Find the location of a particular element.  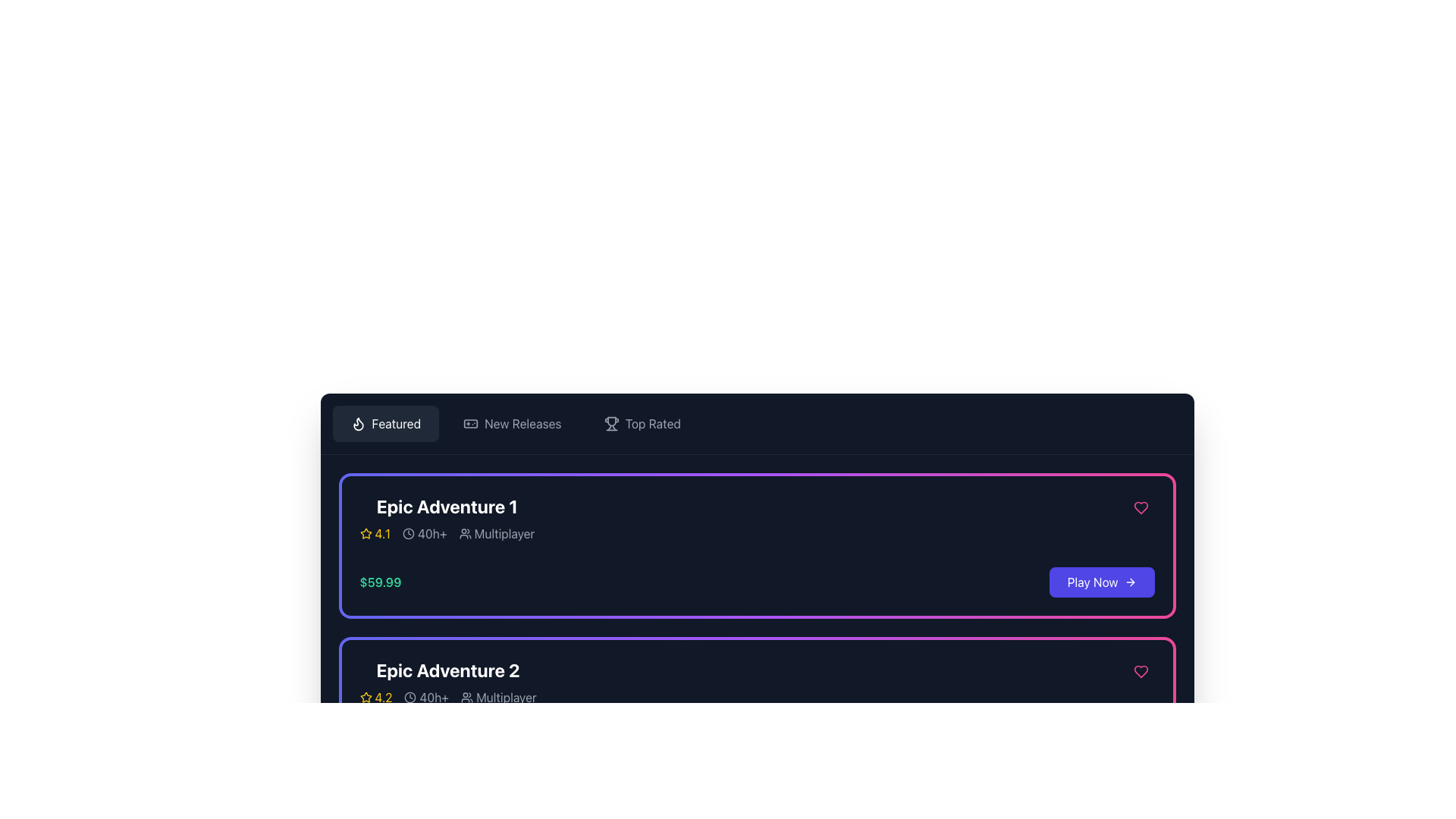

the button located to the right of the price label ('$59.99') is located at coordinates (1102, 581).